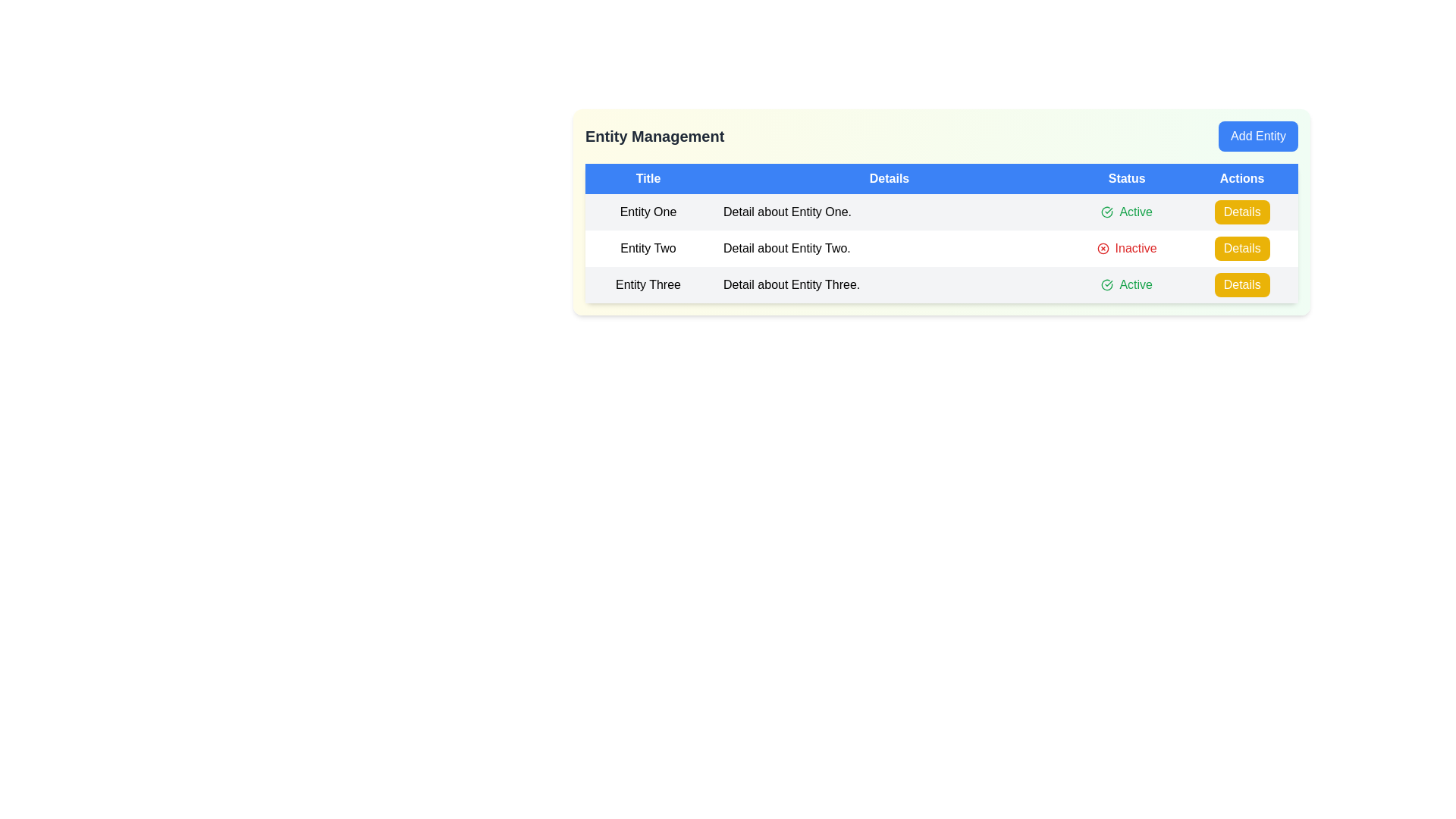 The width and height of the screenshot is (1456, 819). I want to click on the button in the 'Actions' column of the table, so click(1241, 284).